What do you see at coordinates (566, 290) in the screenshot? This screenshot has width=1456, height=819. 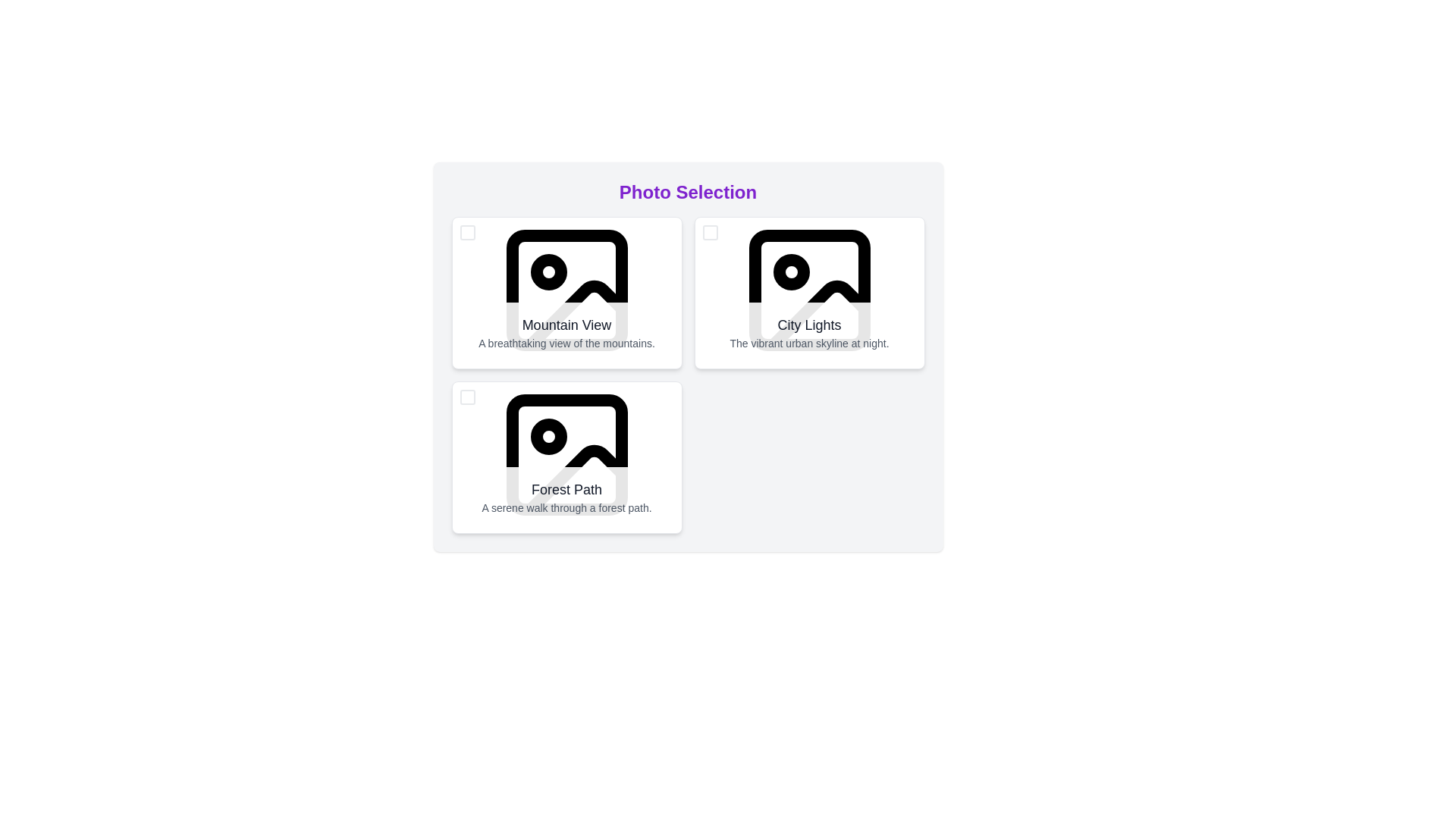 I see `the rounded rectangle decorative element located within the 'Mountain View' image card` at bounding box center [566, 290].